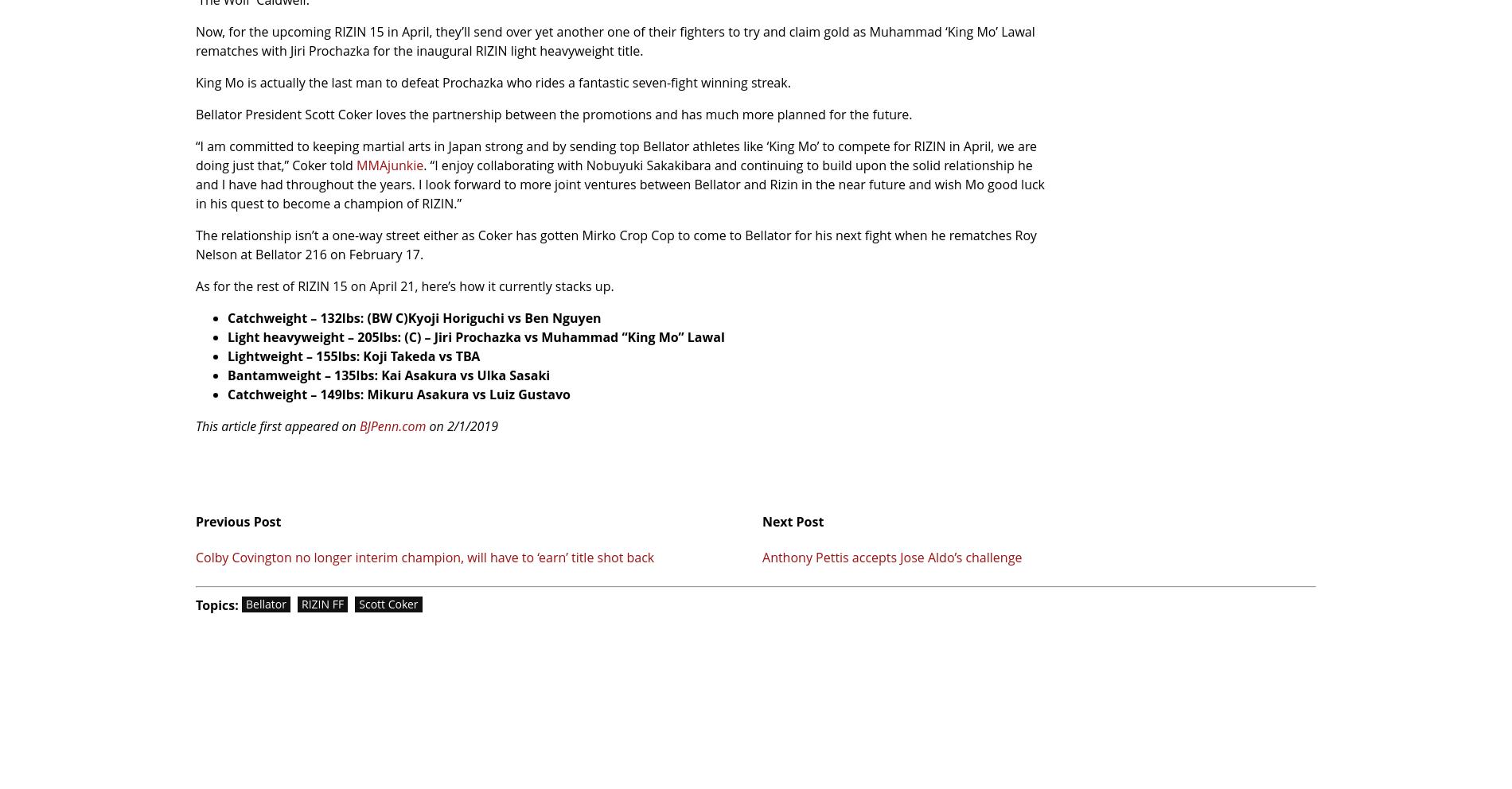 The height and width of the screenshot is (789, 1512). What do you see at coordinates (264, 603) in the screenshot?
I see `'Bellator'` at bounding box center [264, 603].